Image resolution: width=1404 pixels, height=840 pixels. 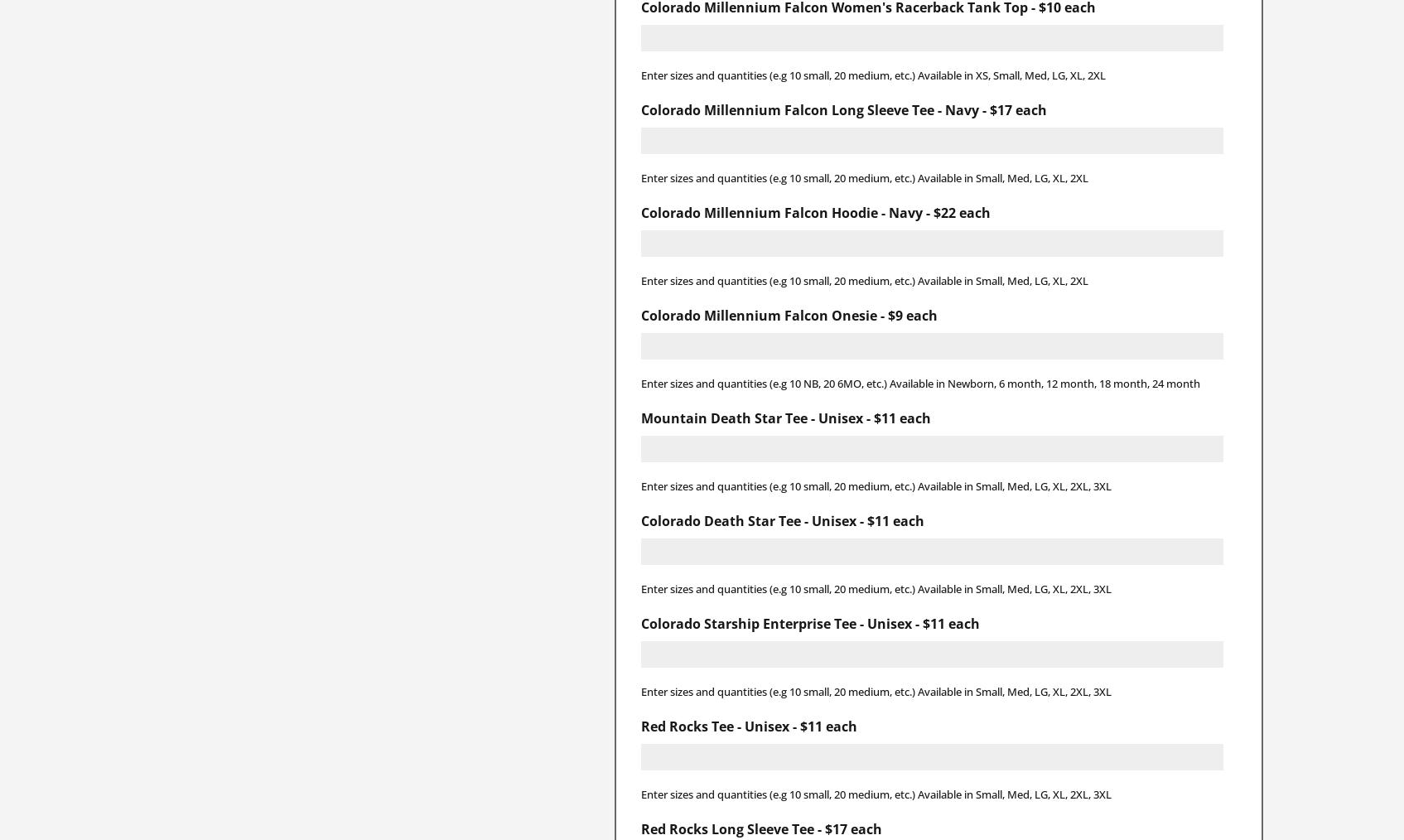 I want to click on 'Colorado Millennium Falcon Hoodie - Navy - $22 each', so click(x=639, y=212).